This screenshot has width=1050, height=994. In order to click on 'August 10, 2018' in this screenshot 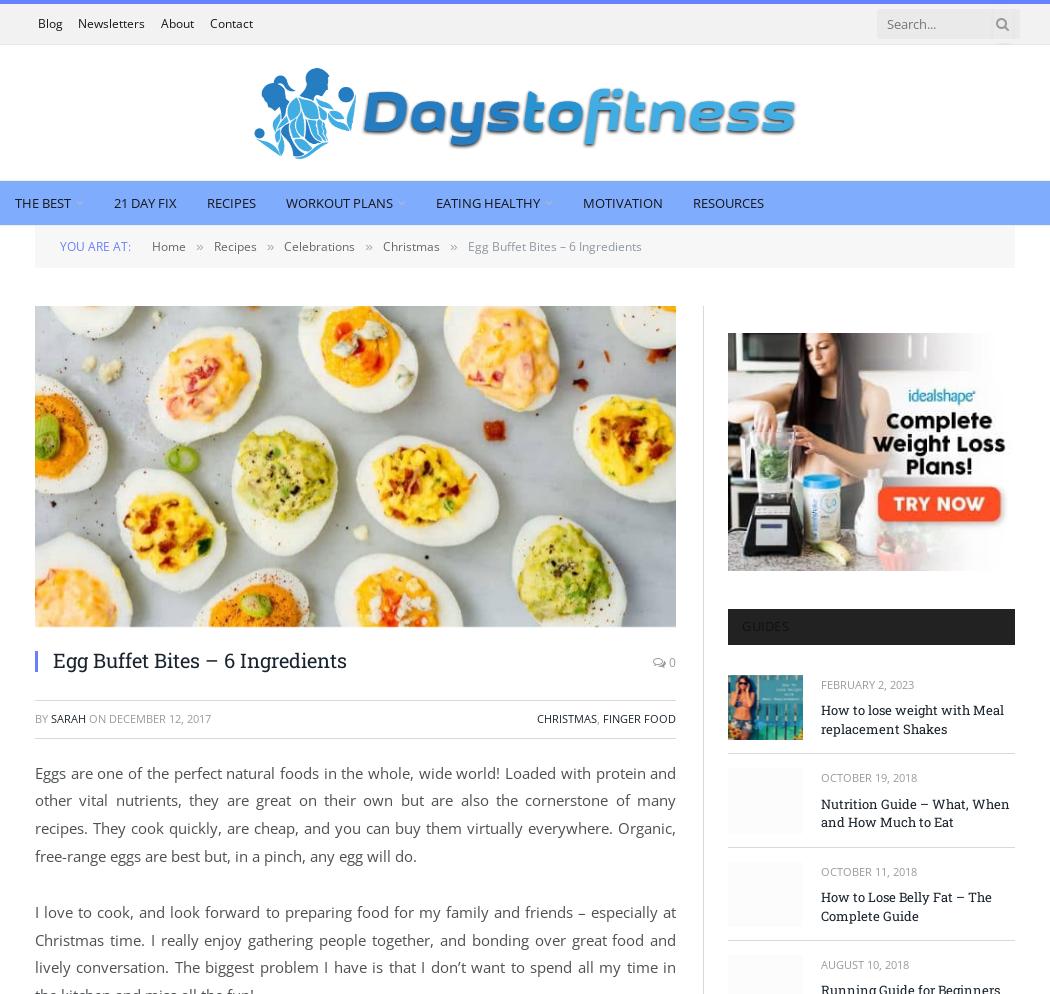, I will do `click(863, 962)`.